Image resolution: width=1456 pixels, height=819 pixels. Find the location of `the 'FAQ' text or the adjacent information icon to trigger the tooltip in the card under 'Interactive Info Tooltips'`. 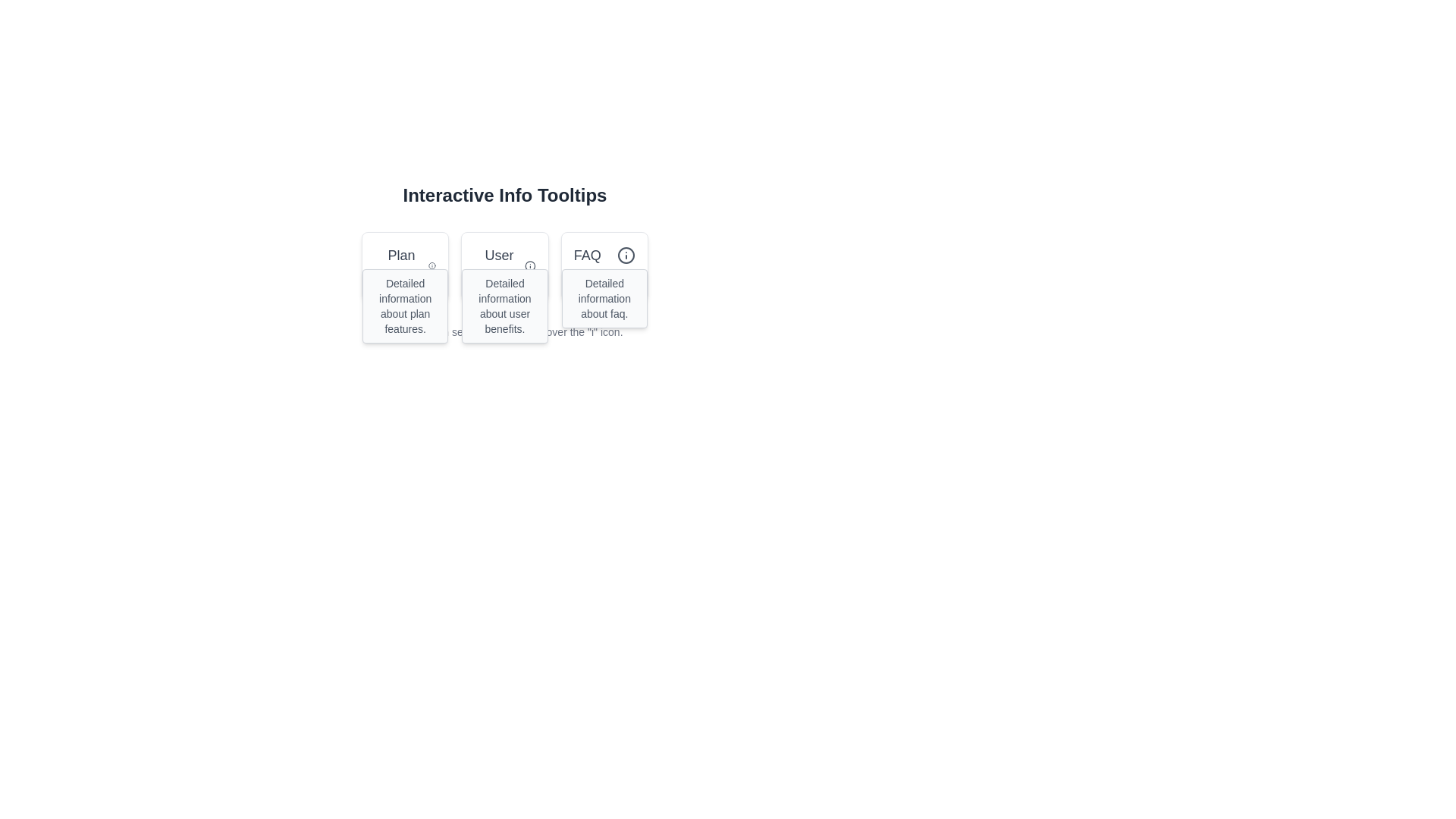

the 'FAQ' text or the adjacent information icon to trigger the tooltip in the card under 'Interactive Info Tooltips' is located at coordinates (604, 254).